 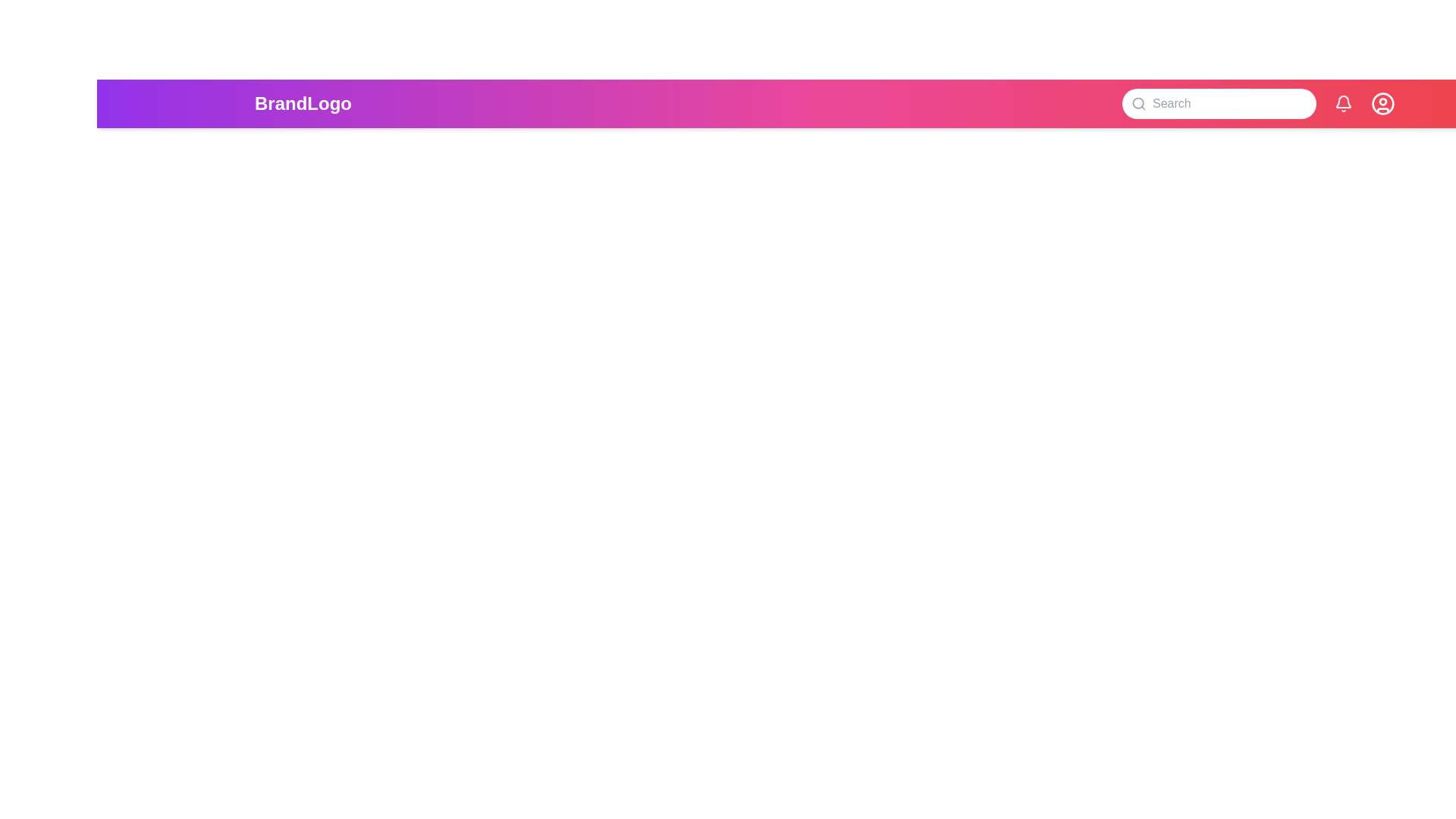 What do you see at coordinates (1383, 102) in the screenshot?
I see `the user profile icon located at the top-right corner of the interface, adjacent to the bell icon` at bounding box center [1383, 102].